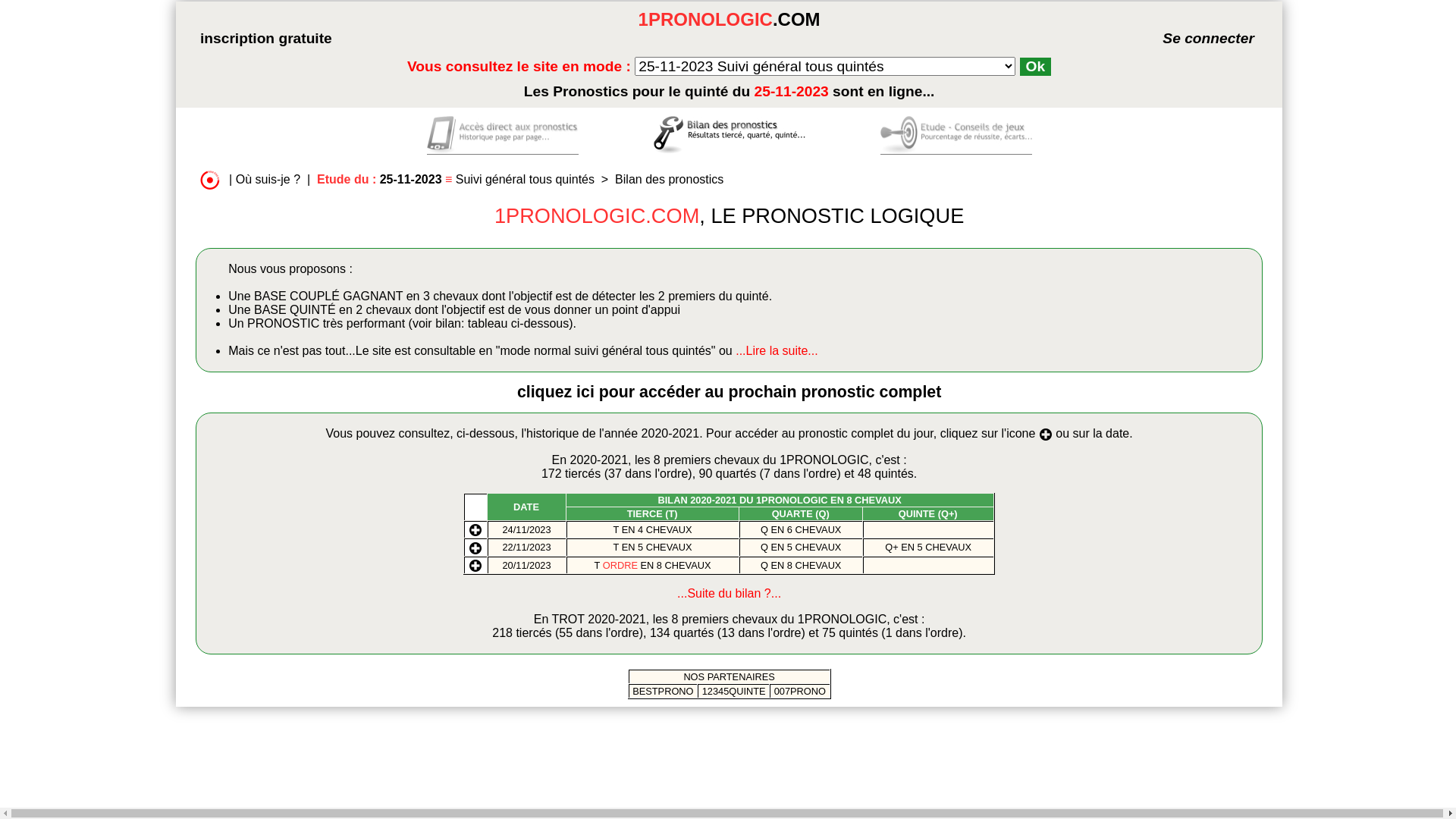 This screenshot has width=1456, height=819. What do you see at coordinates (777, 350) in the screenshot?
I see `'...Lire la suite...'` at bounding box center [777, 350].